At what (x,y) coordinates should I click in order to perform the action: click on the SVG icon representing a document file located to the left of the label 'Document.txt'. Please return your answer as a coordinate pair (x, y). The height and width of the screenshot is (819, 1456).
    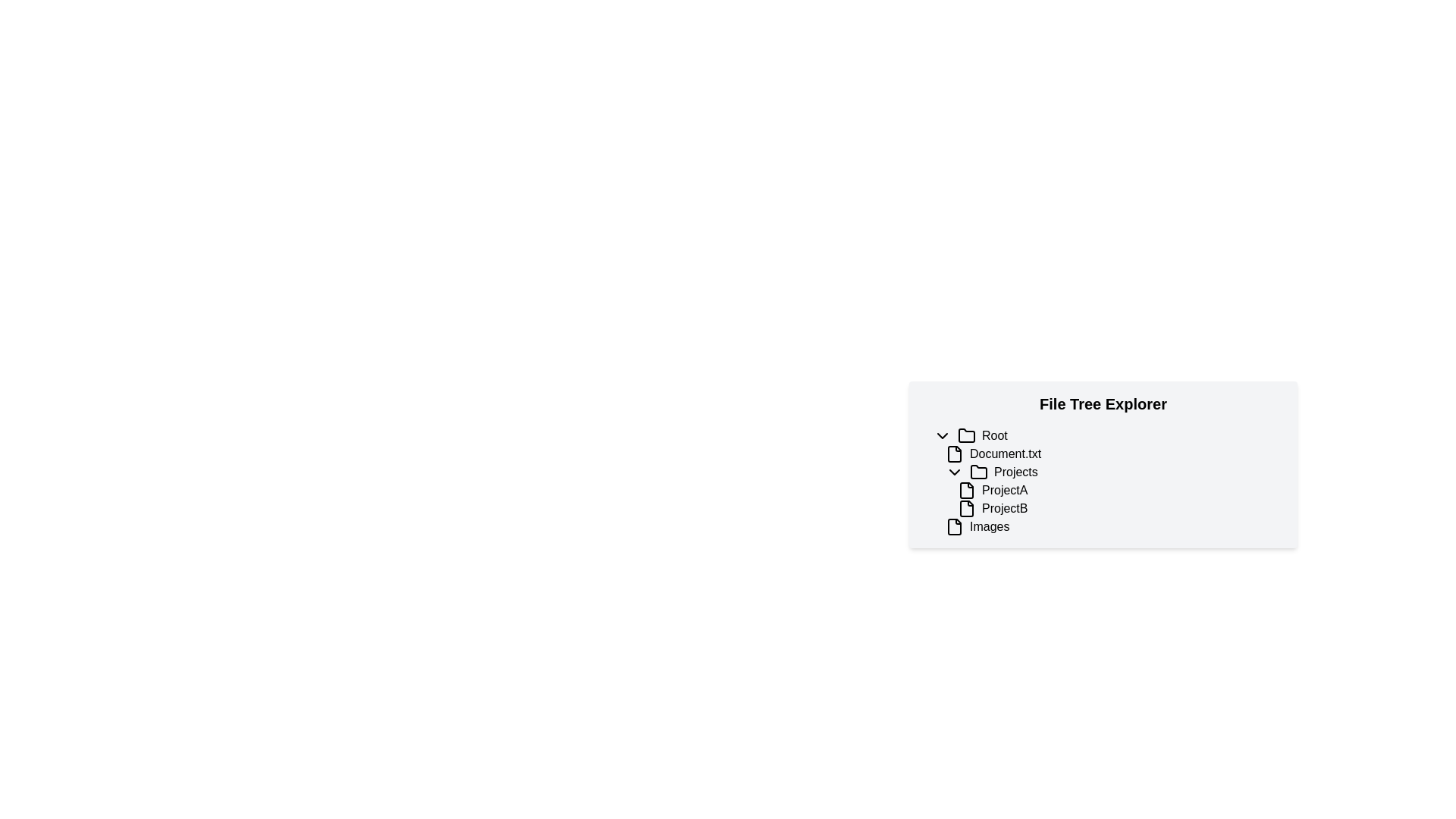
    Looking at the image, I should click on (953, 453).